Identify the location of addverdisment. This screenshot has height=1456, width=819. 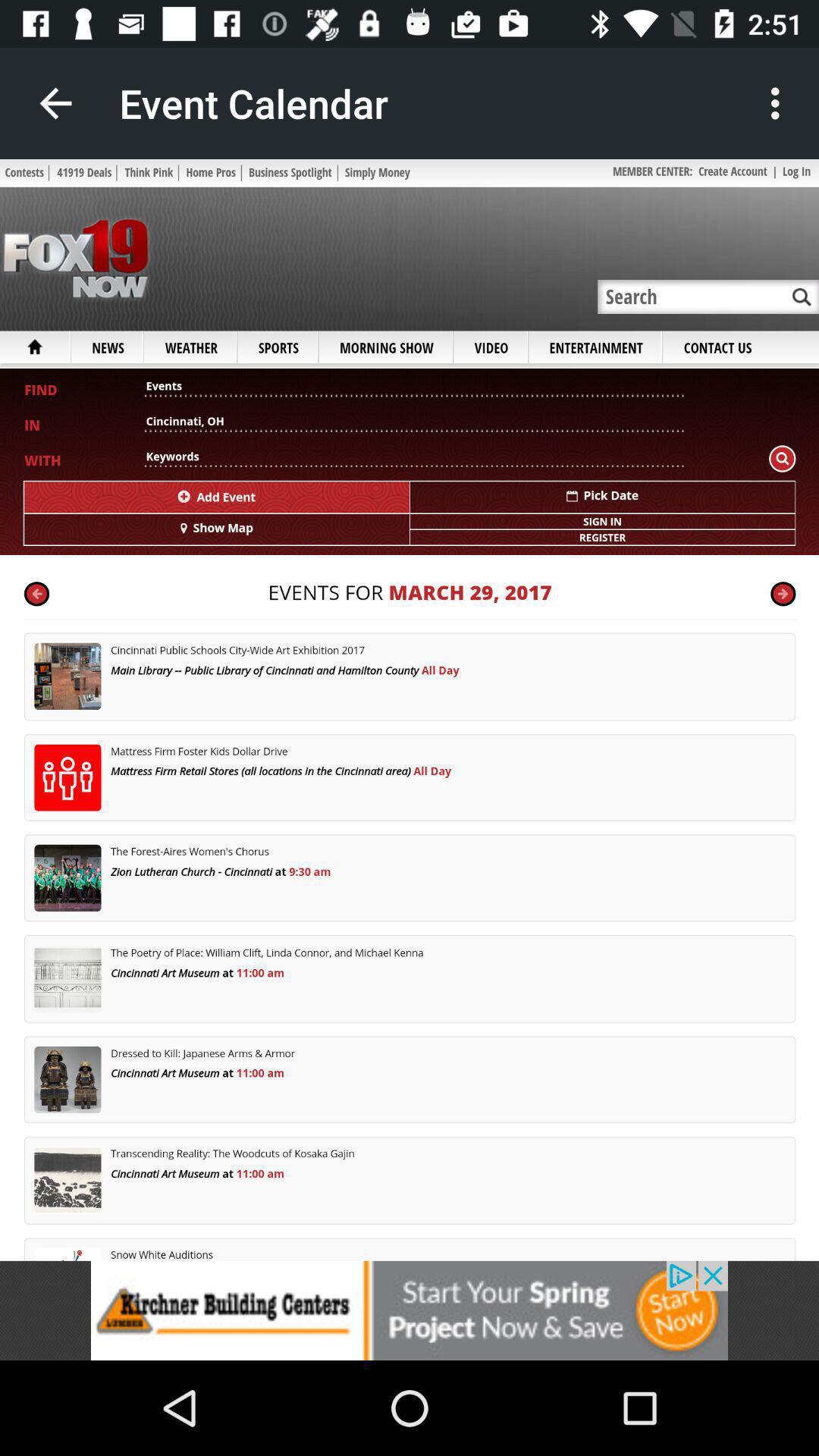
(409, 1310).